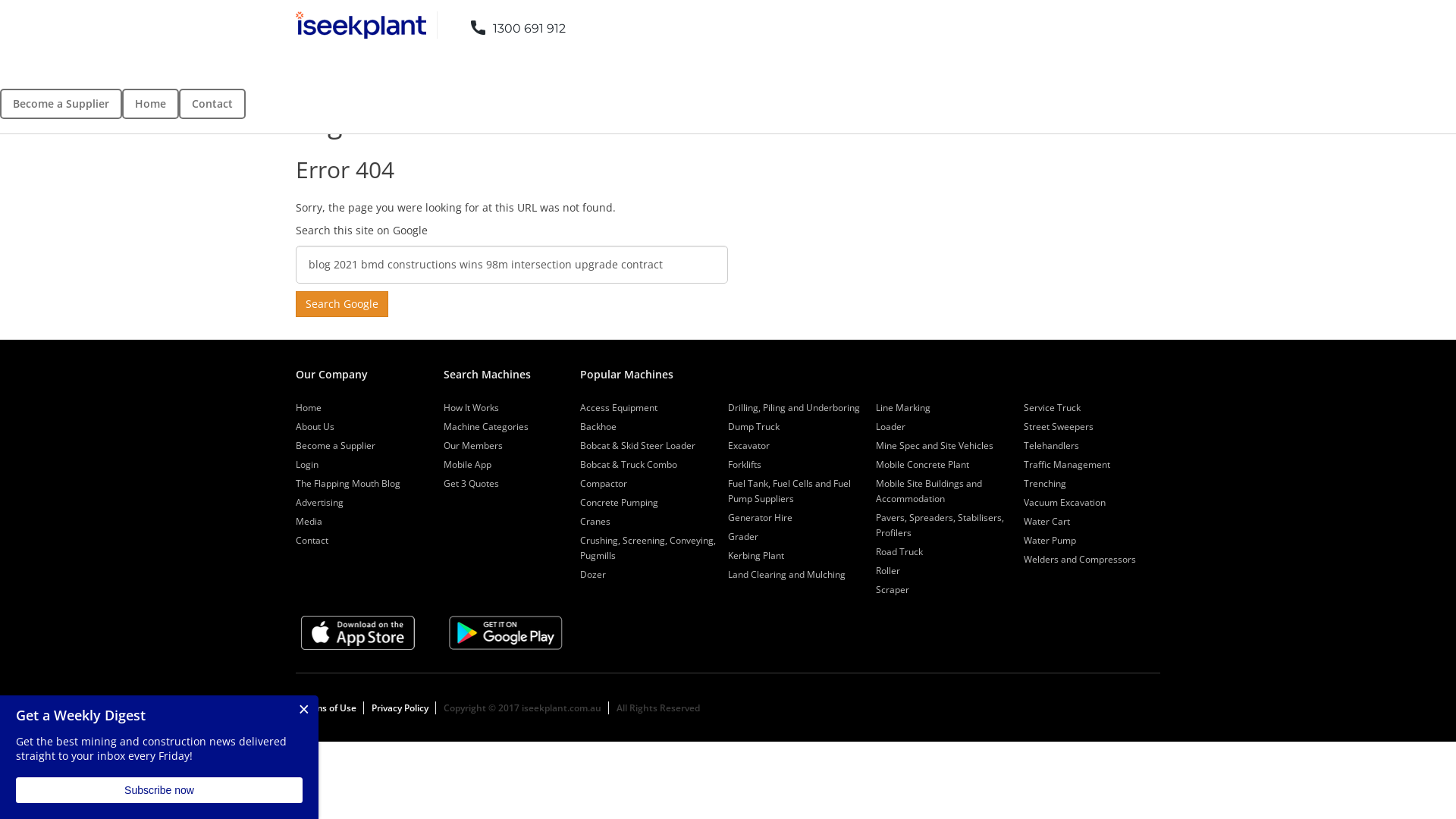 The height and width of the screenshot is (819, 1456). Describe the element at coordinates (648, 548) in the screenshot. I see `'Crushing, Screening, Conveying, Pugmills'` at that location.